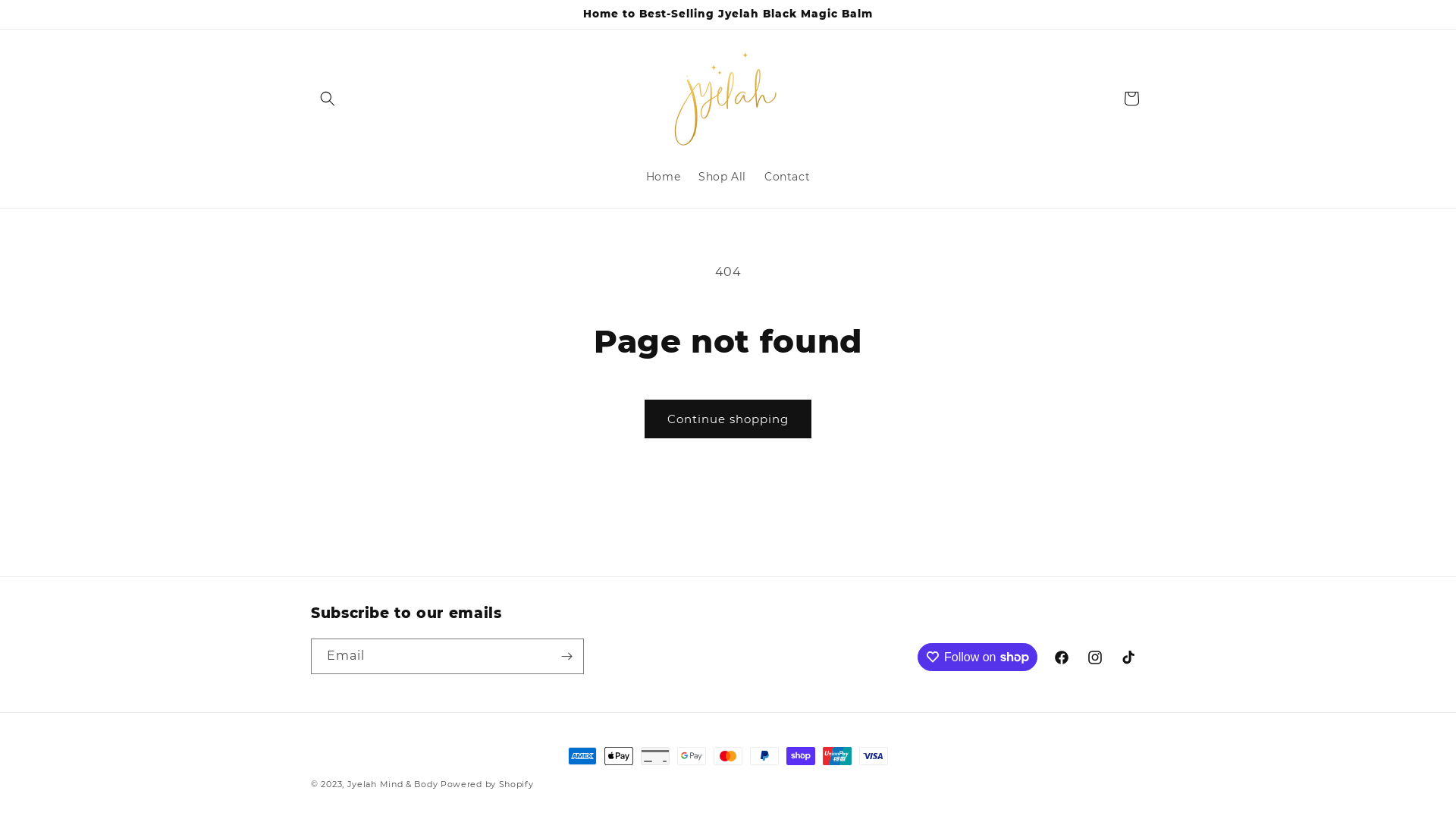 The height and width of the screenshot is (819, 1456). I want to click on 'Cart', so click(1131, 99).